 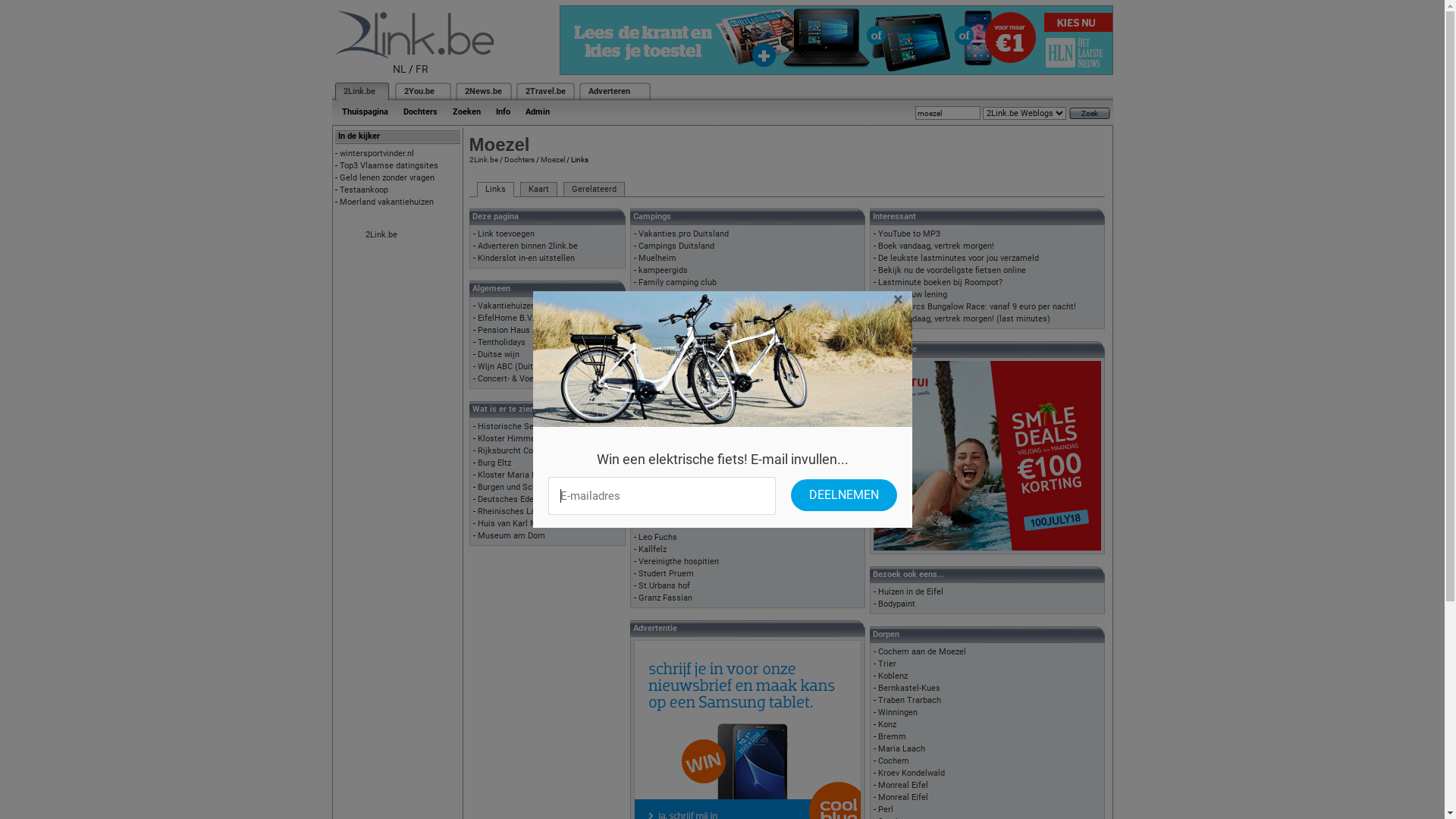 What do you see at coordinates (516, 474) in the screenshot?
I see `'Kloster Maria Laach'` at bounding box center [516, 474].